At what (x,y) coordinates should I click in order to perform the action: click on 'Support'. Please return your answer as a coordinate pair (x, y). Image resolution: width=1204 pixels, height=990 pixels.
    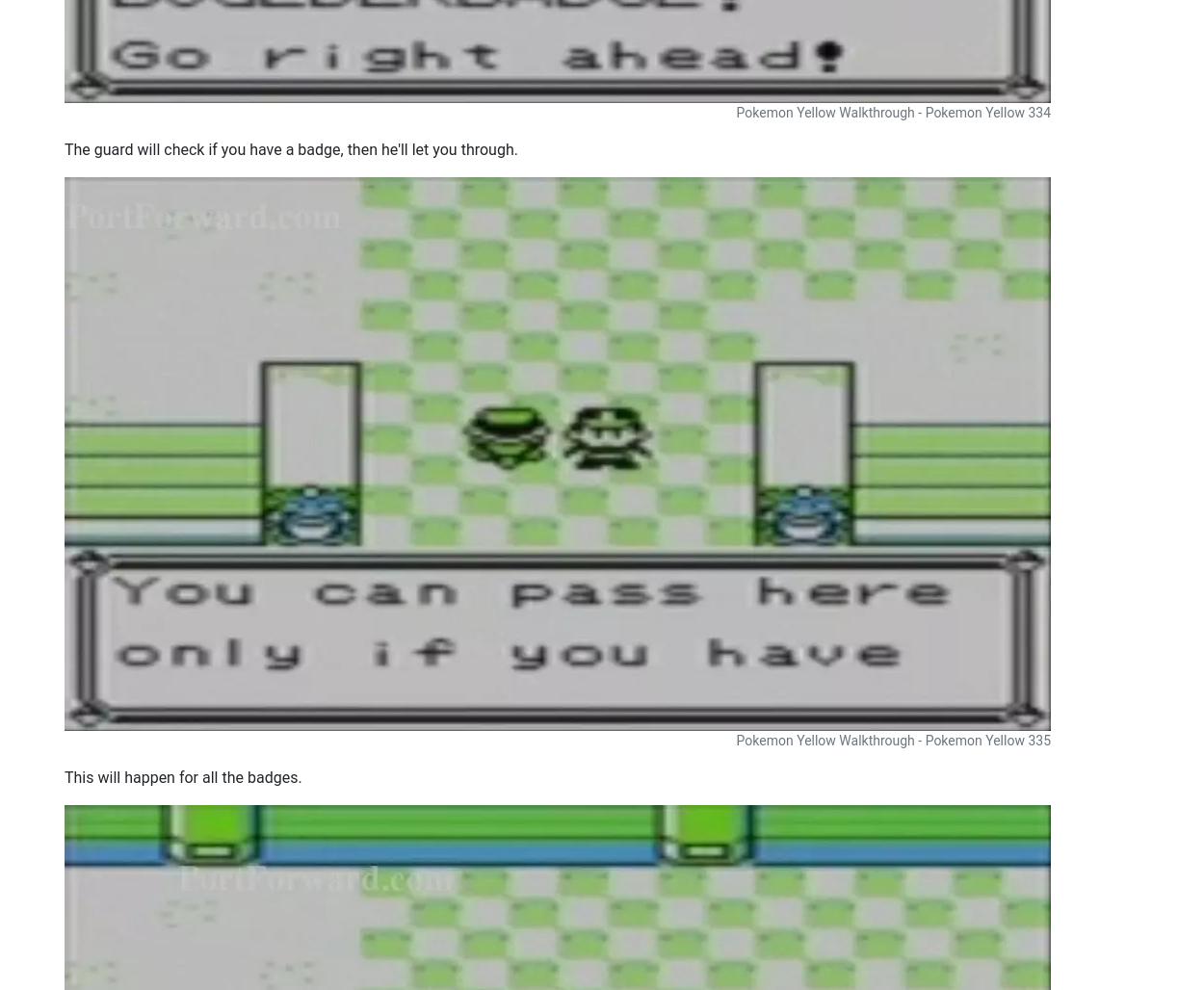
    Looking at the image, I should click on (275, 956).